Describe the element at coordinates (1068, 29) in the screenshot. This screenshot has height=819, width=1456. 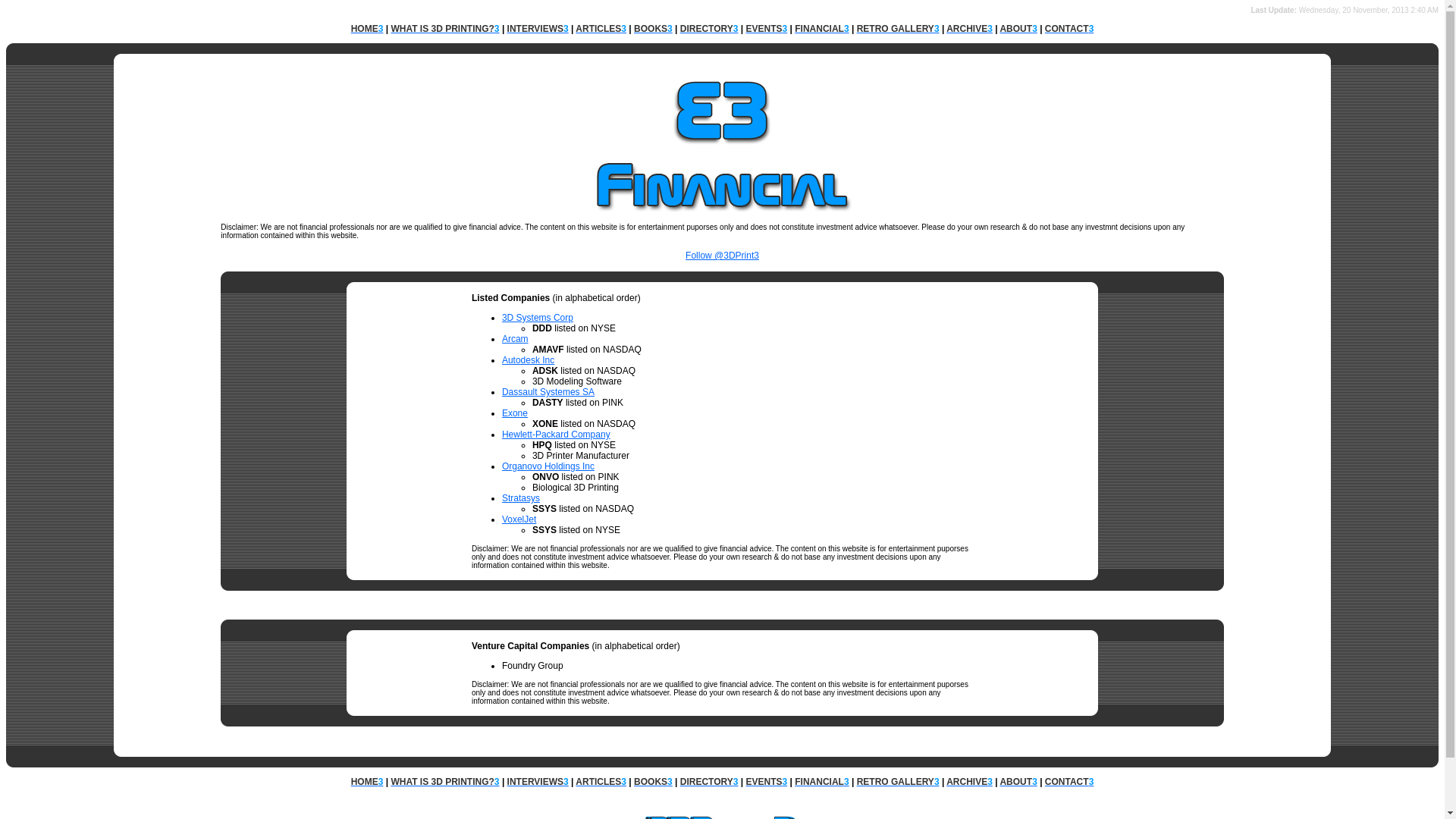
I see `'CONTACT3'` at that location.